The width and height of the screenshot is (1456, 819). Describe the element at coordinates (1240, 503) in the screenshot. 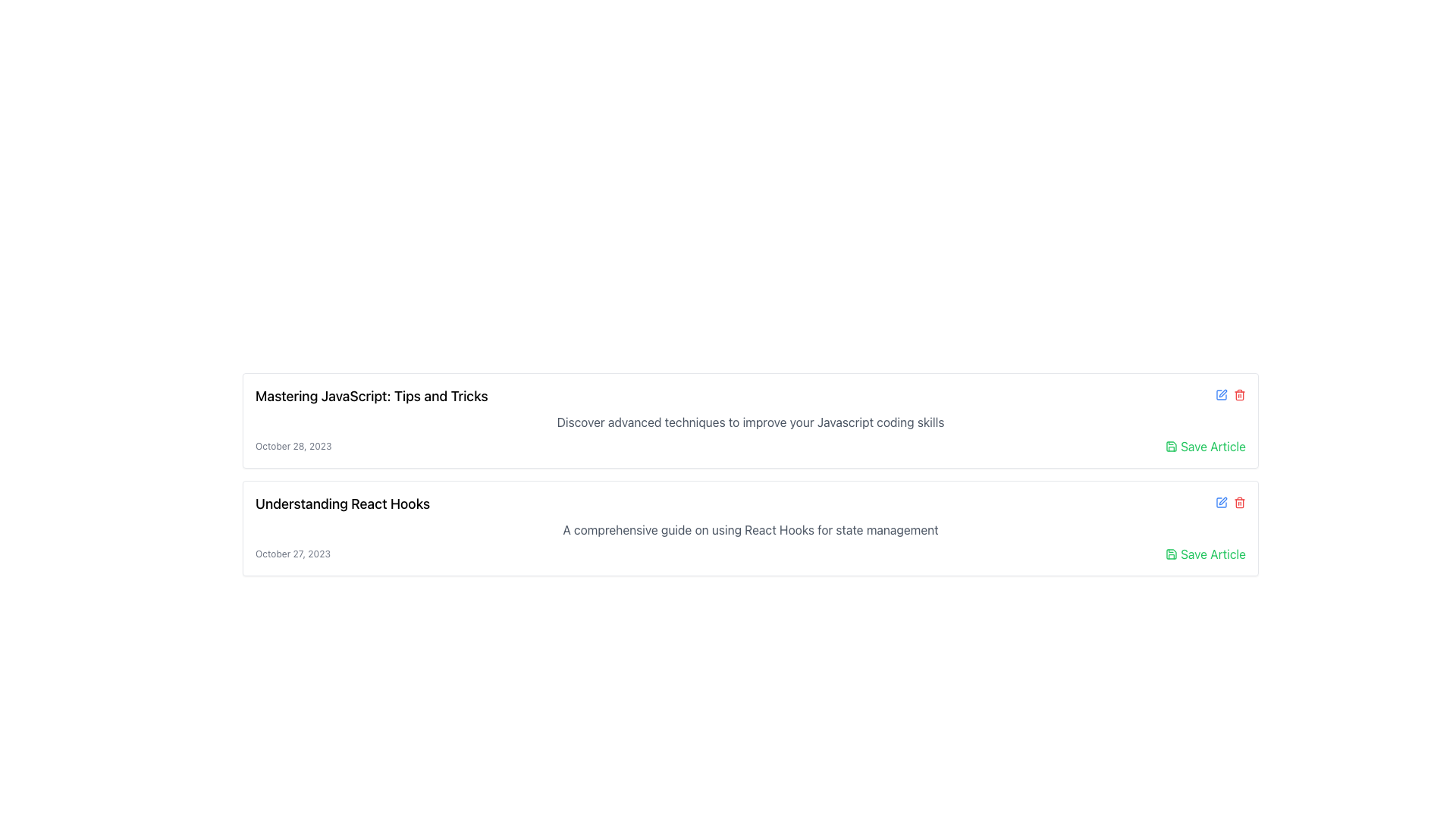

I see `the delete icon button located at the bottom right of the article card to trigger the hover effect` at that location.